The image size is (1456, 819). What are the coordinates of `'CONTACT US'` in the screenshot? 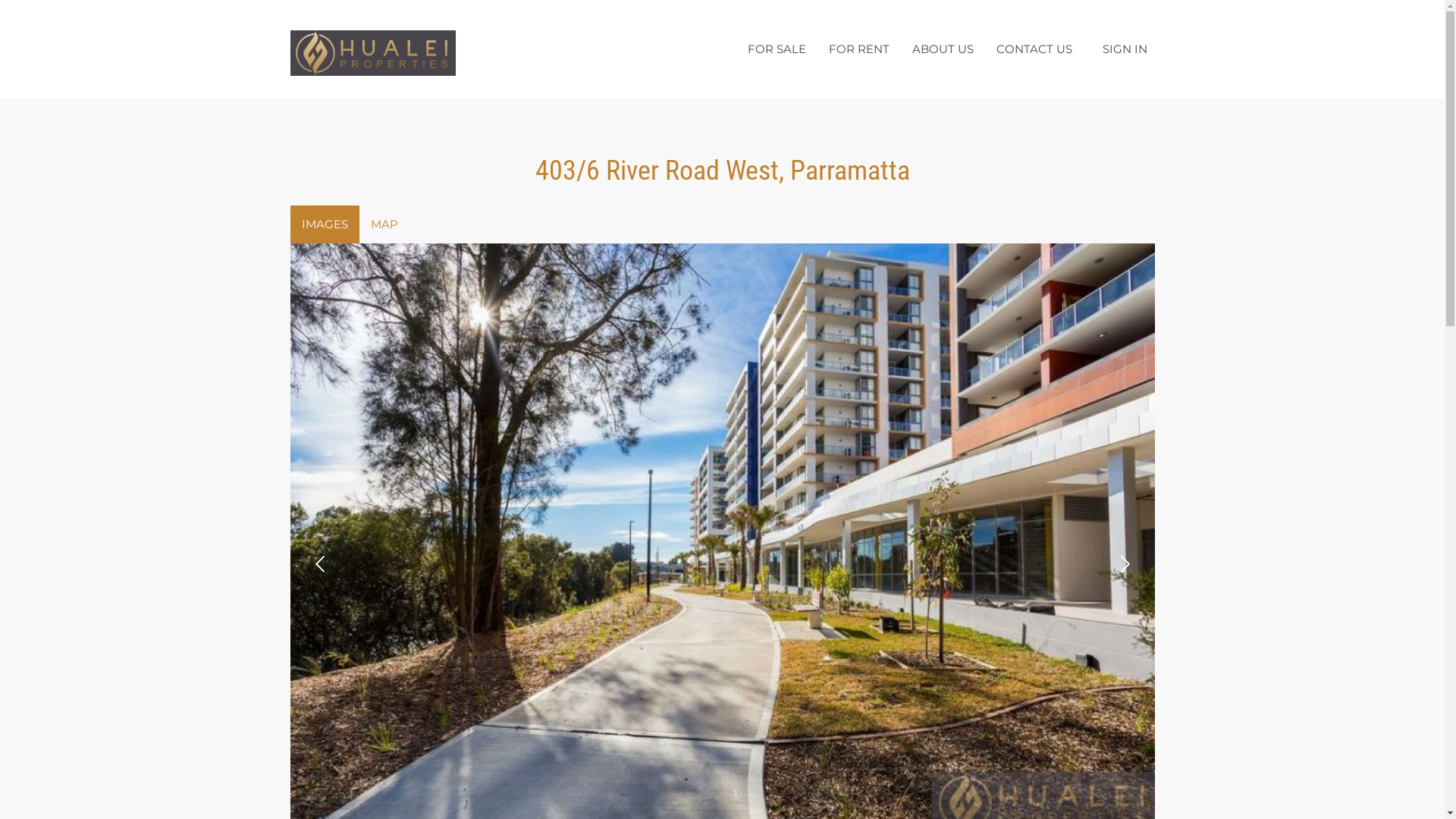 It's located at (984, 48).